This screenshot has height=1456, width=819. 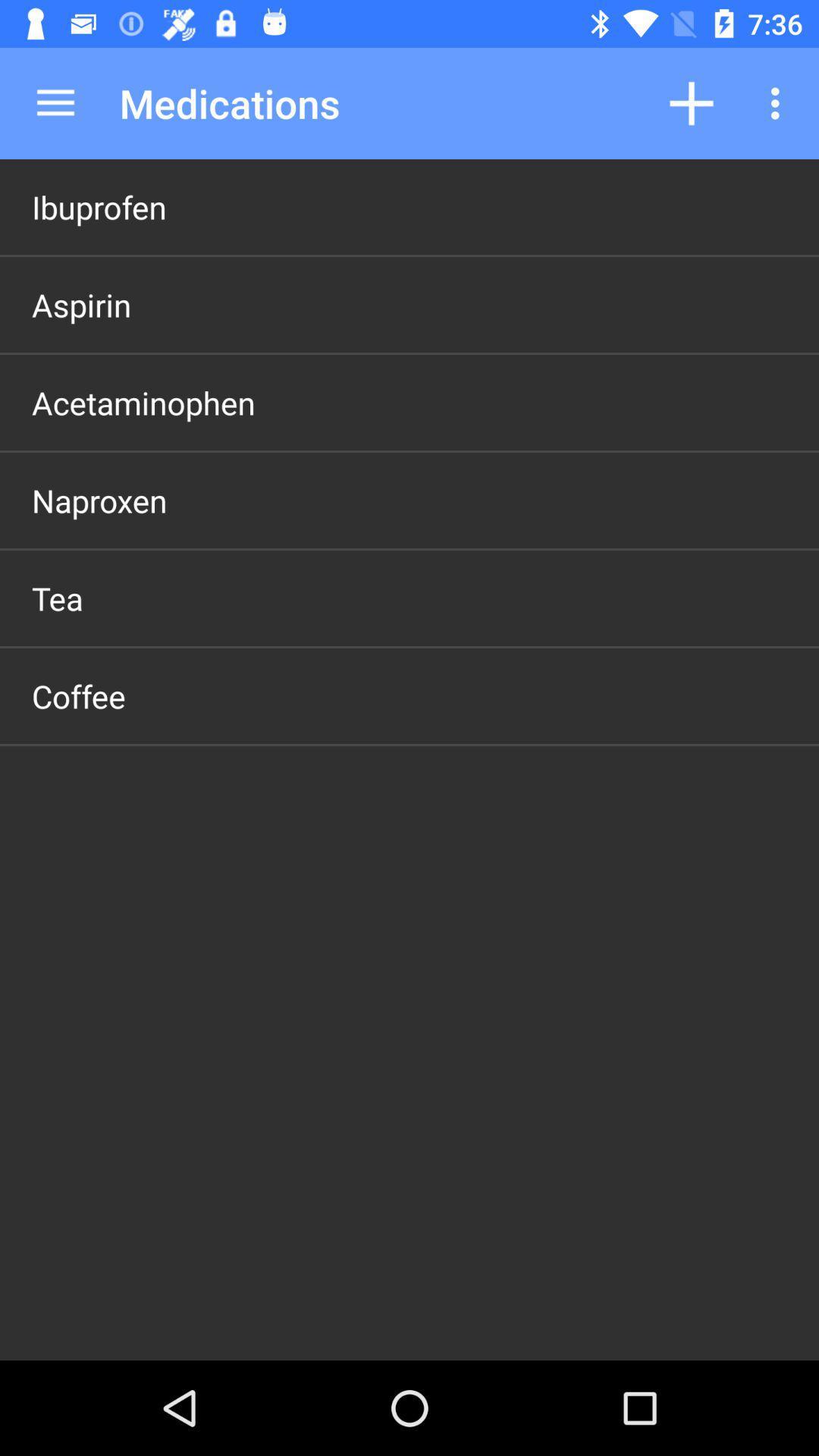 I want to click on the item above the aspirin app, so click(x=99, y=206).